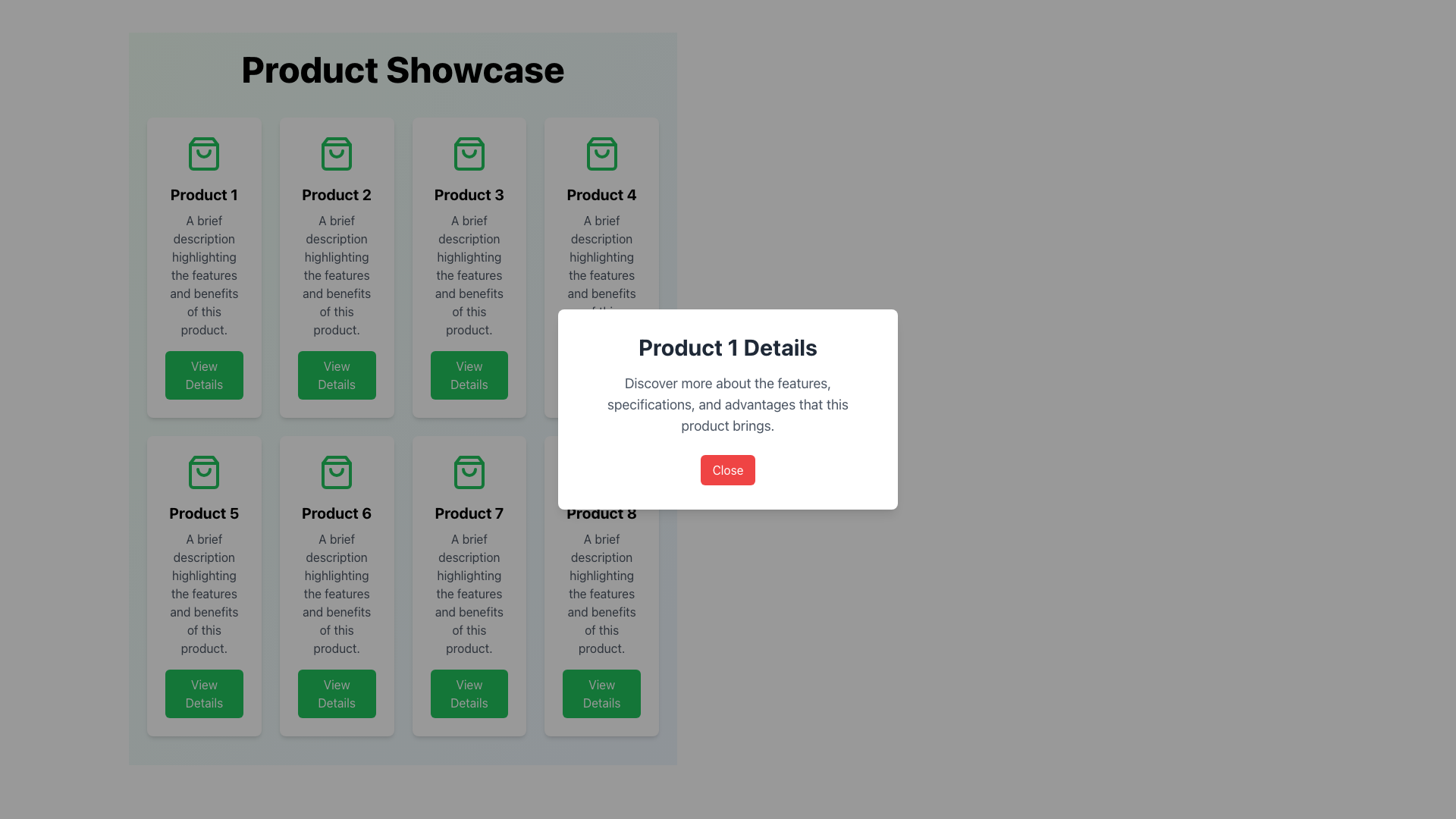  Describe the element at coordinates (336, 154) in the screenshot. I see `the decorative shopping bag icon located in the upper portion of the 'Product 2' card, which is situated in the top row of the product grid, second column from the left` at that location.